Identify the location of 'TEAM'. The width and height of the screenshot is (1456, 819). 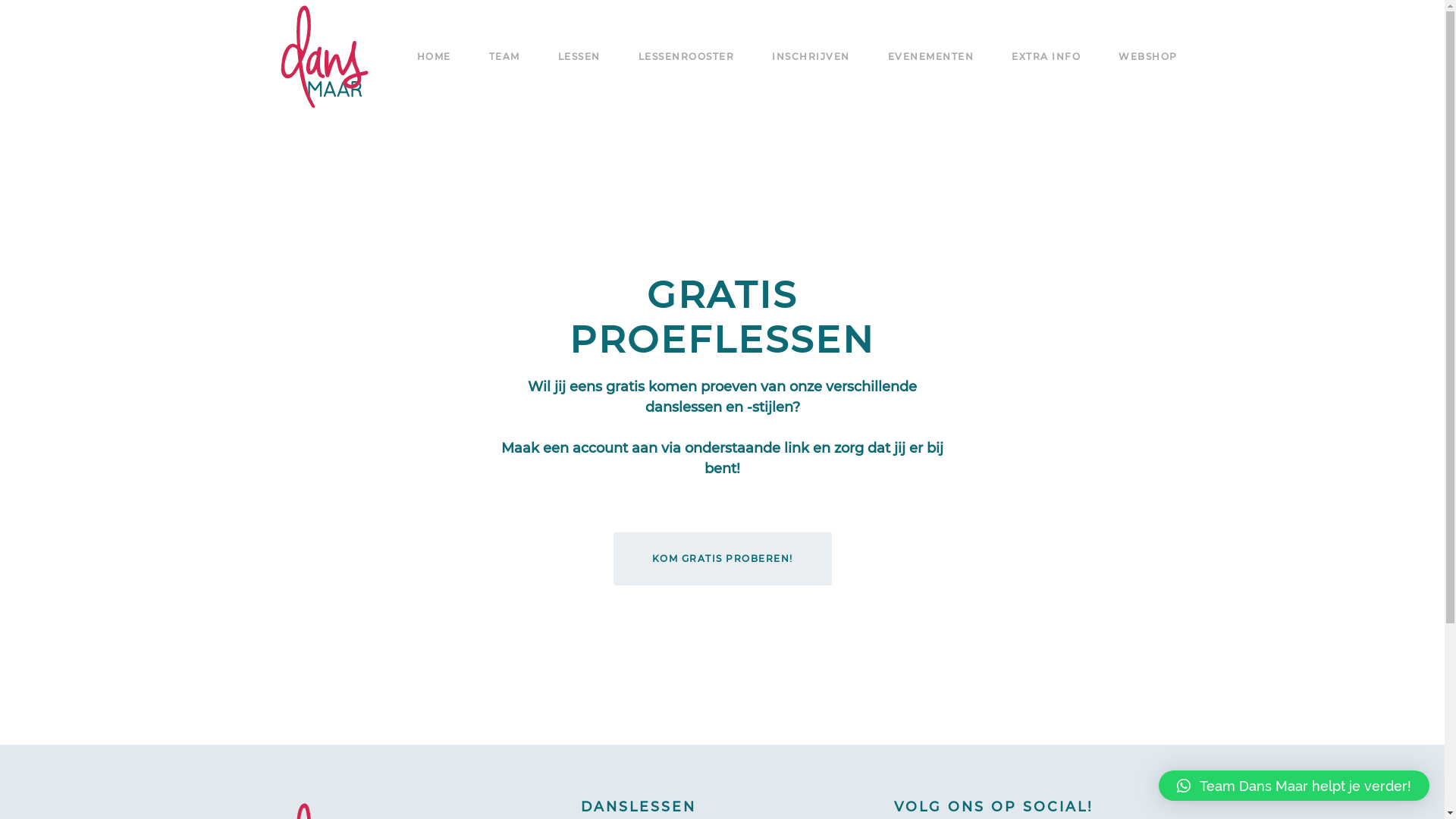
(504, 55).